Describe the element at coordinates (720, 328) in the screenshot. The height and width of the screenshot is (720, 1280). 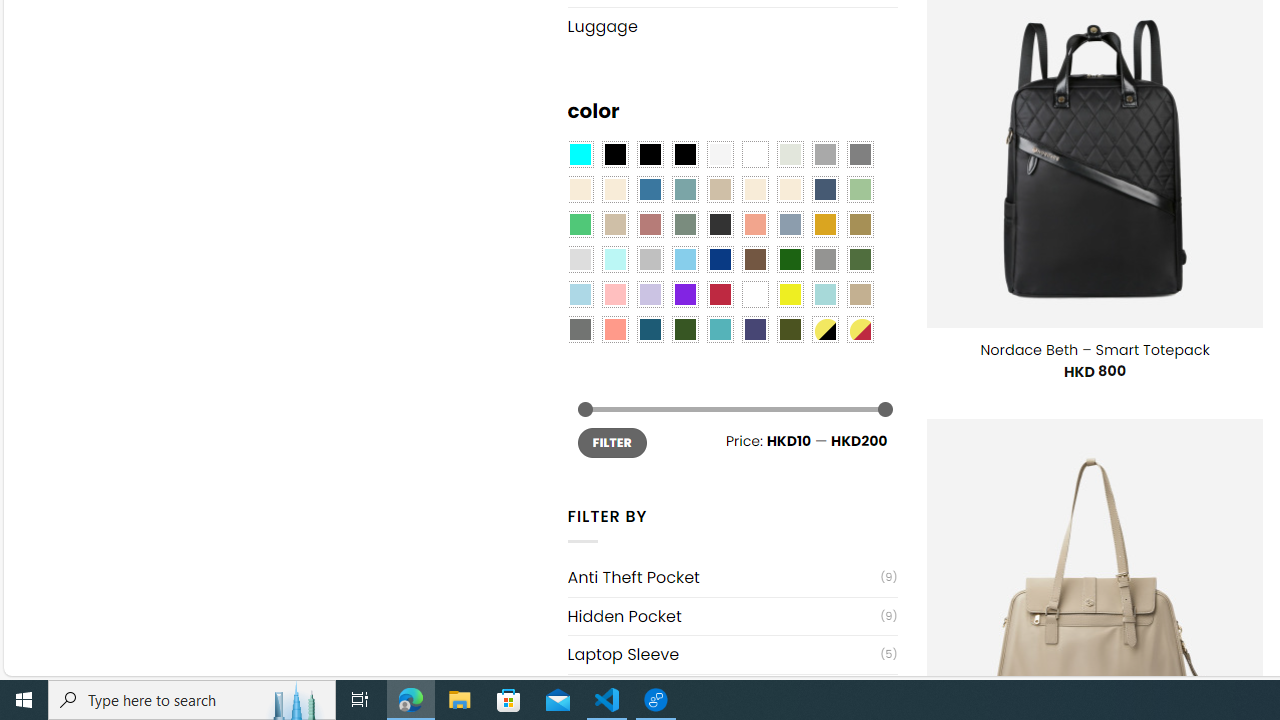
I see `'Teal'` at that location.